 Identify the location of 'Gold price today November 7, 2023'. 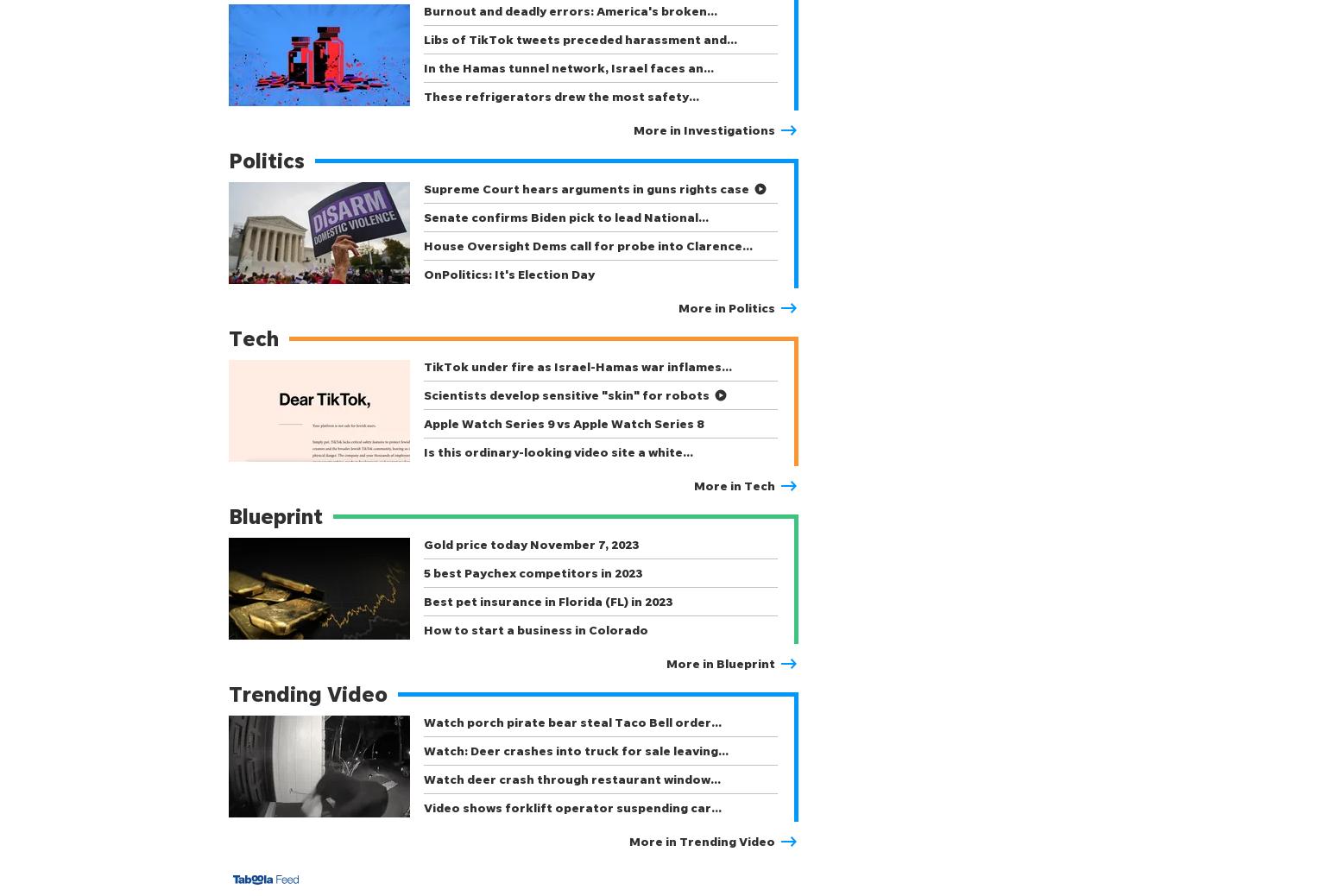
(531, 543).